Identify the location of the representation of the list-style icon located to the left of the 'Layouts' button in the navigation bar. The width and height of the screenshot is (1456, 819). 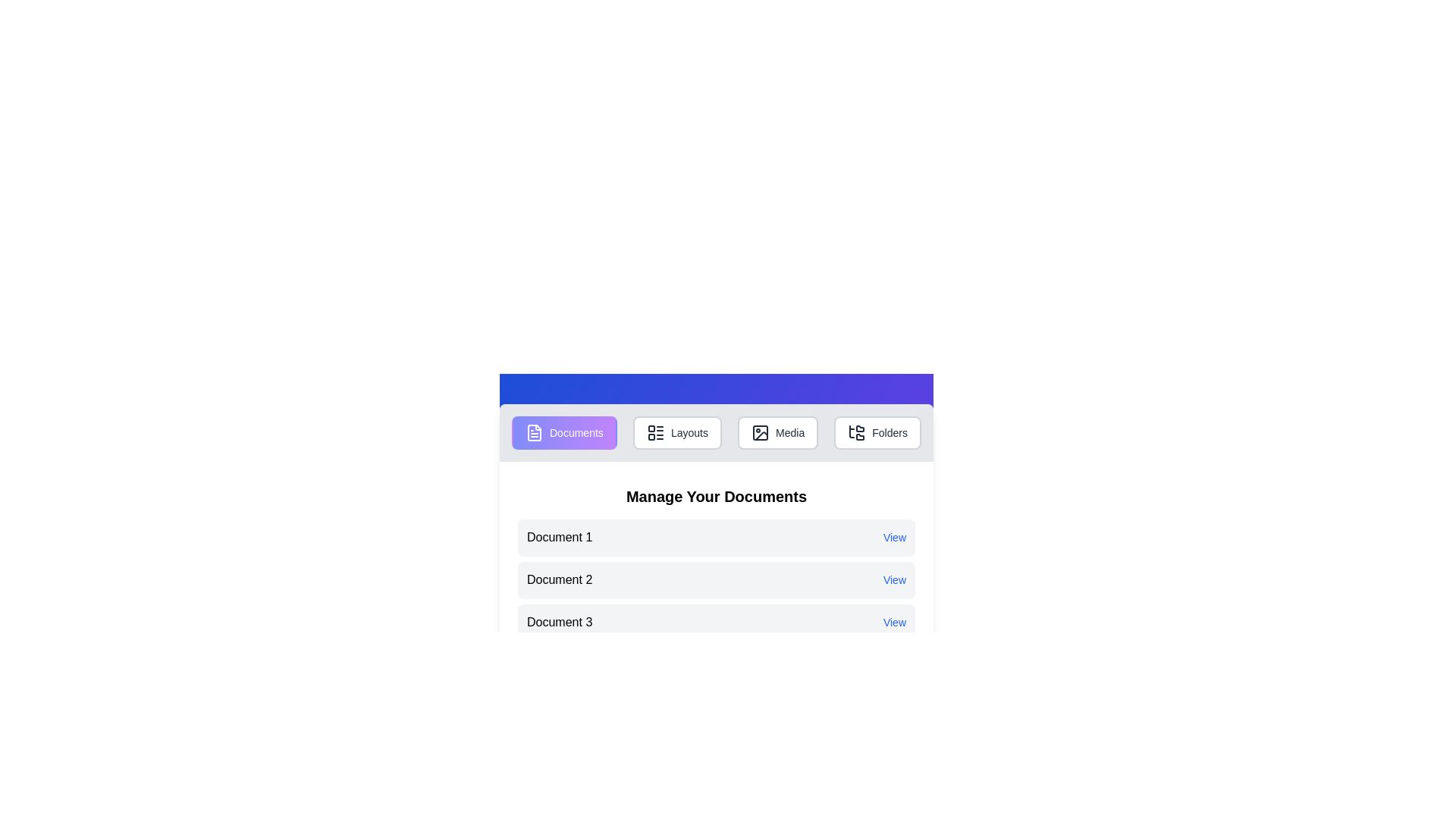
(655, 432).